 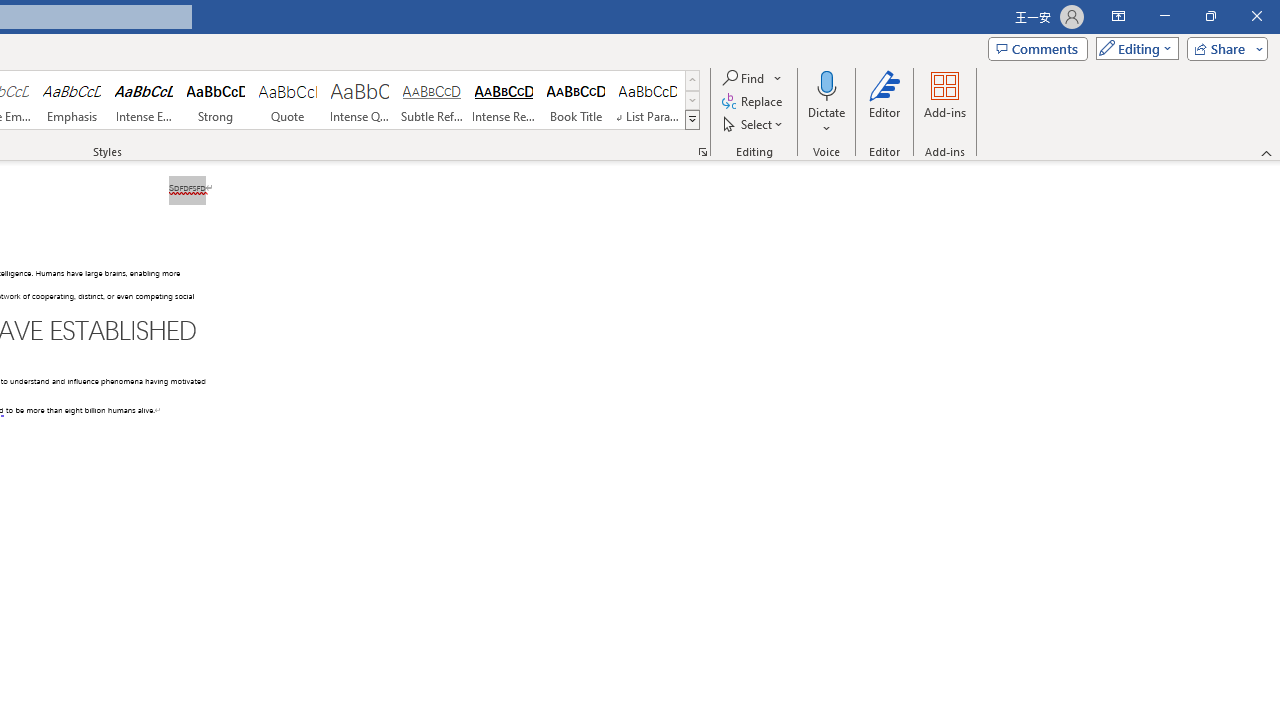 I want to click on 'Intense Reference', so click(x=504, y=100).